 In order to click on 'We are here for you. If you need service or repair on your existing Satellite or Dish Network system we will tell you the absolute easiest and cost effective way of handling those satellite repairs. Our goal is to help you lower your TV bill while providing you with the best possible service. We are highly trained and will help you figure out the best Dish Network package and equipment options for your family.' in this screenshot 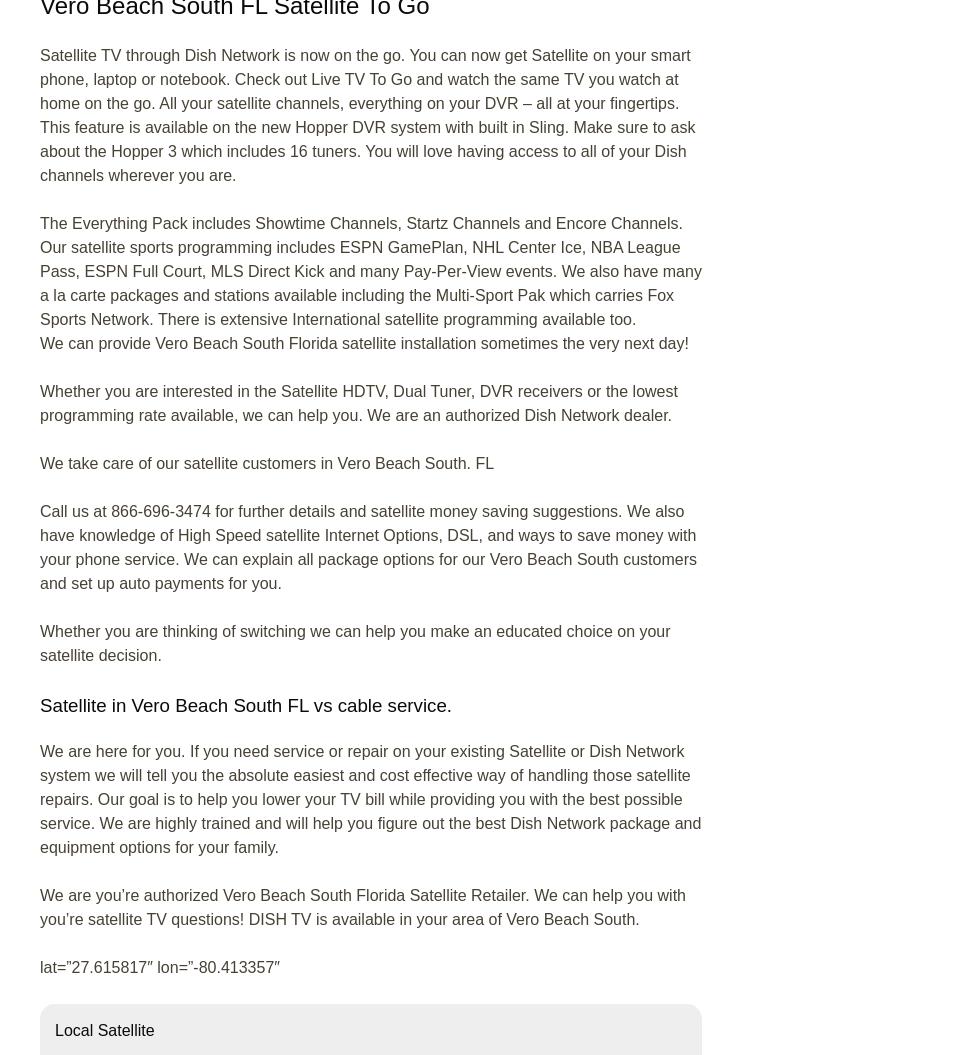, I will do `click(370, 798)`.